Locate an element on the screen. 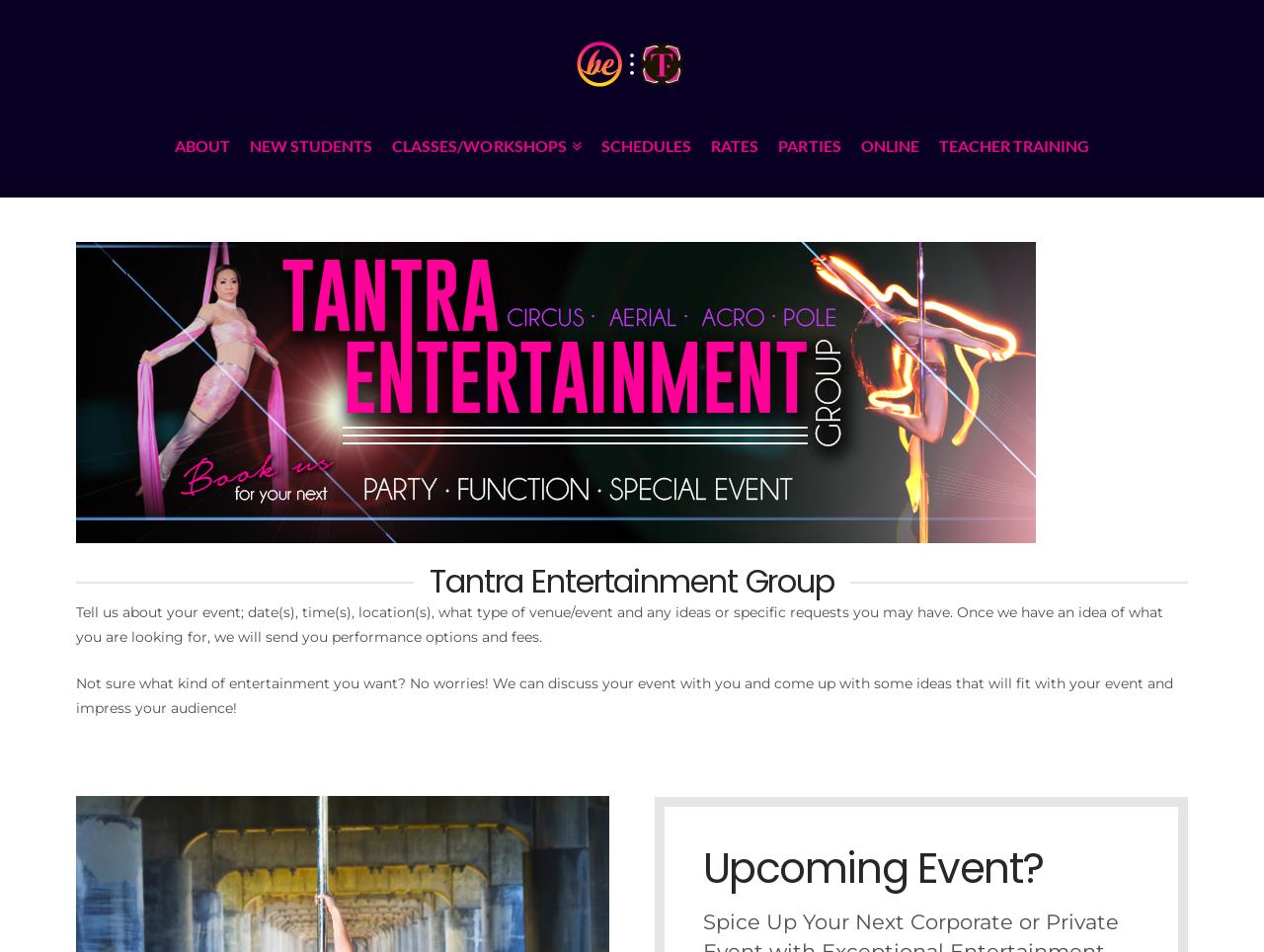 Image resolution: width=1264 pixels, height=952 pixels. 'RATES' is located at coordinates (711, 145).